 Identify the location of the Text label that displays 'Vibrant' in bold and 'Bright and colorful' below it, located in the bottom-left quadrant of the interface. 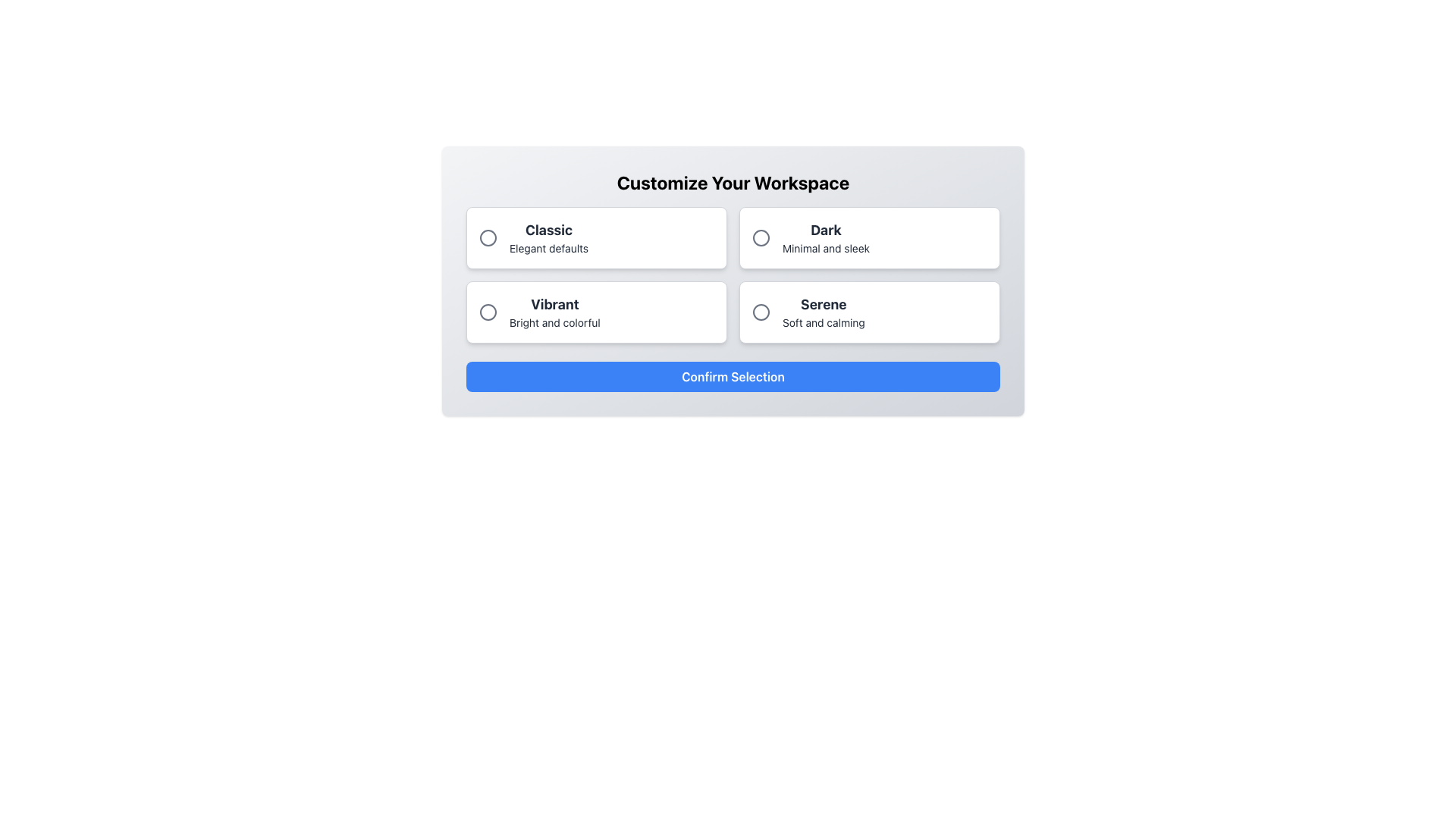
(554, 312).